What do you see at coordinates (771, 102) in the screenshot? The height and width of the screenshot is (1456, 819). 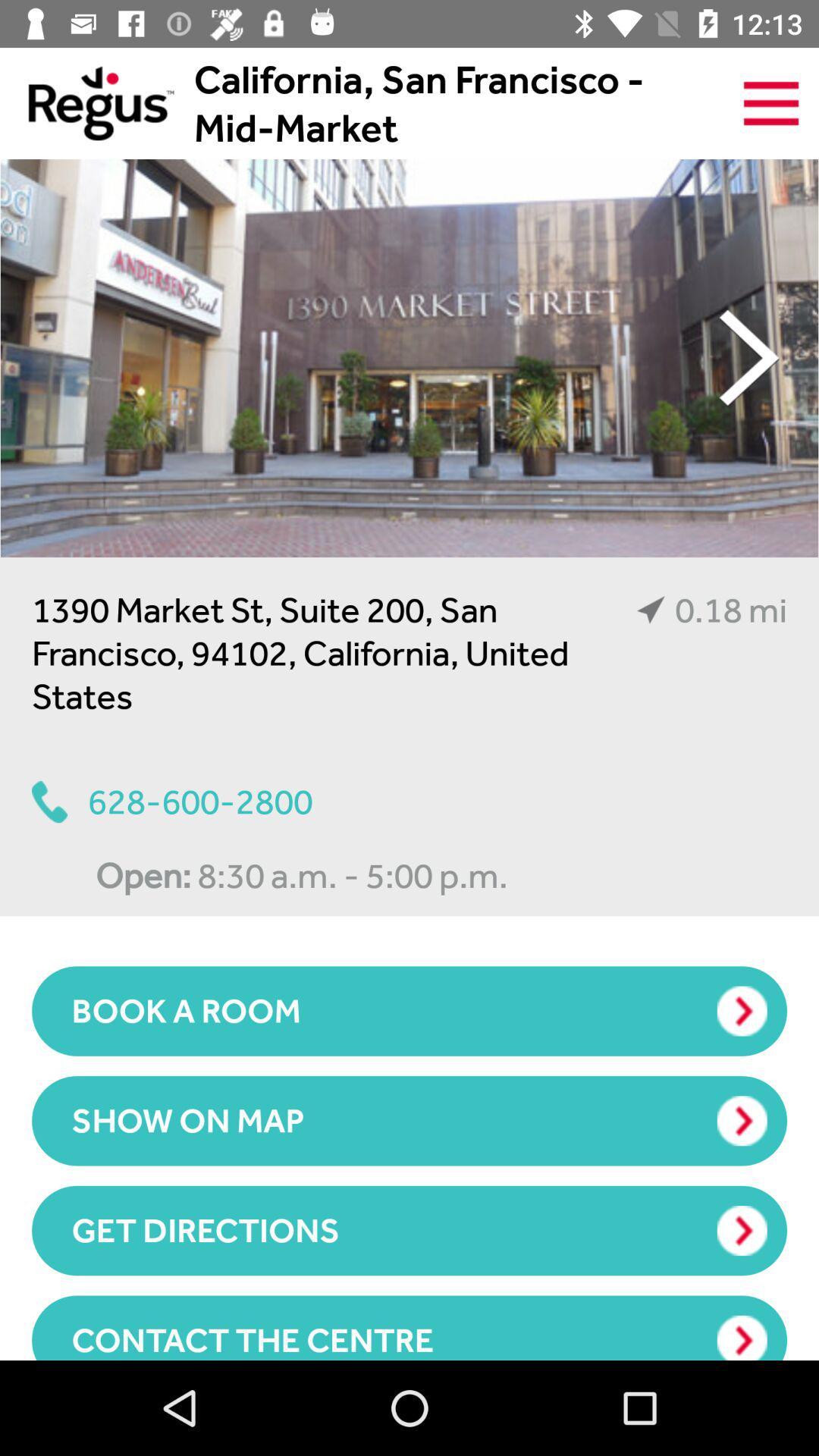 I see `the icon next to the california san francisco` at bounding box center [771, 102].